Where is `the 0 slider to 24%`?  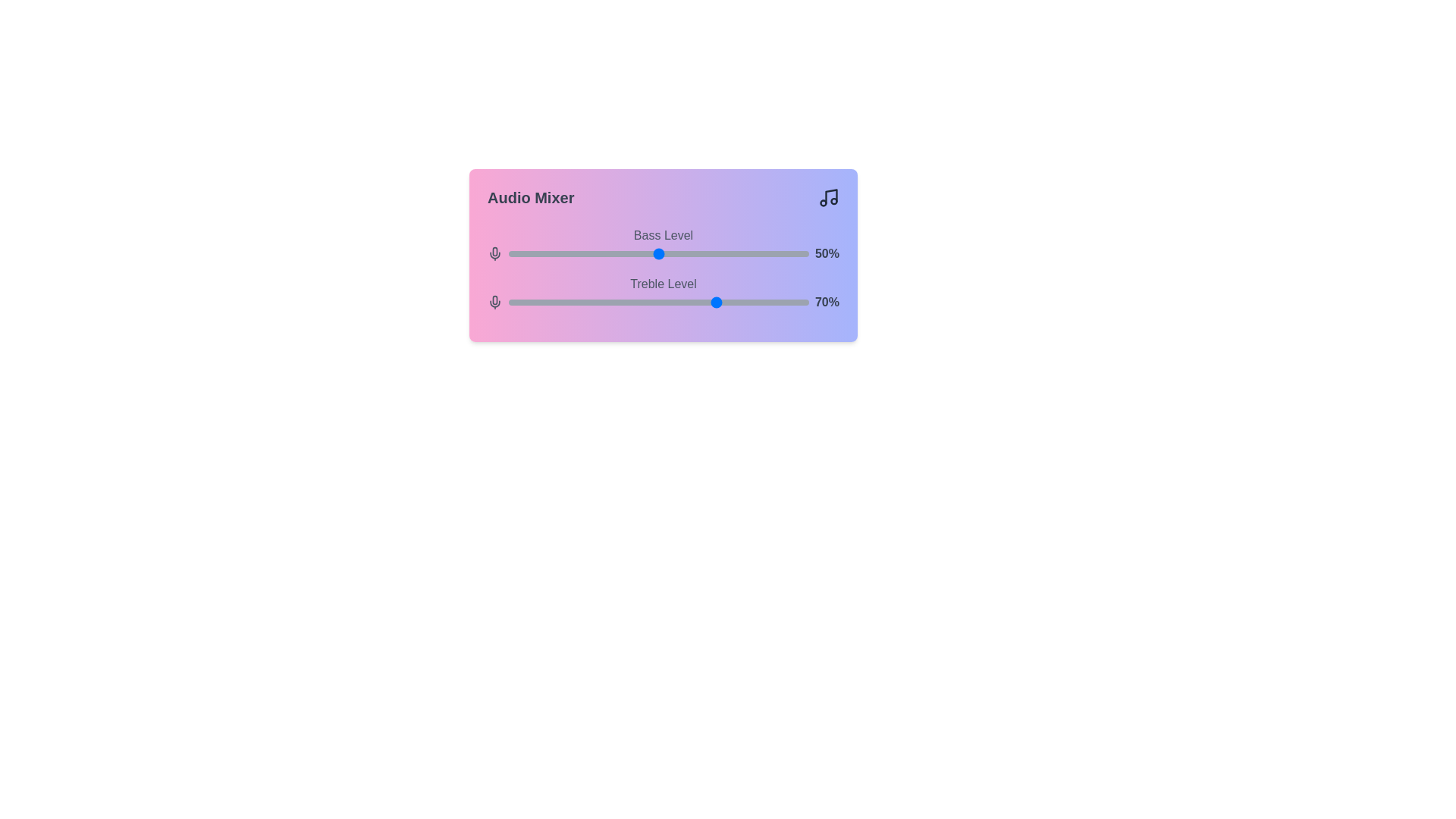
the 0 slider to 24% is located at coordinates (580, 253).